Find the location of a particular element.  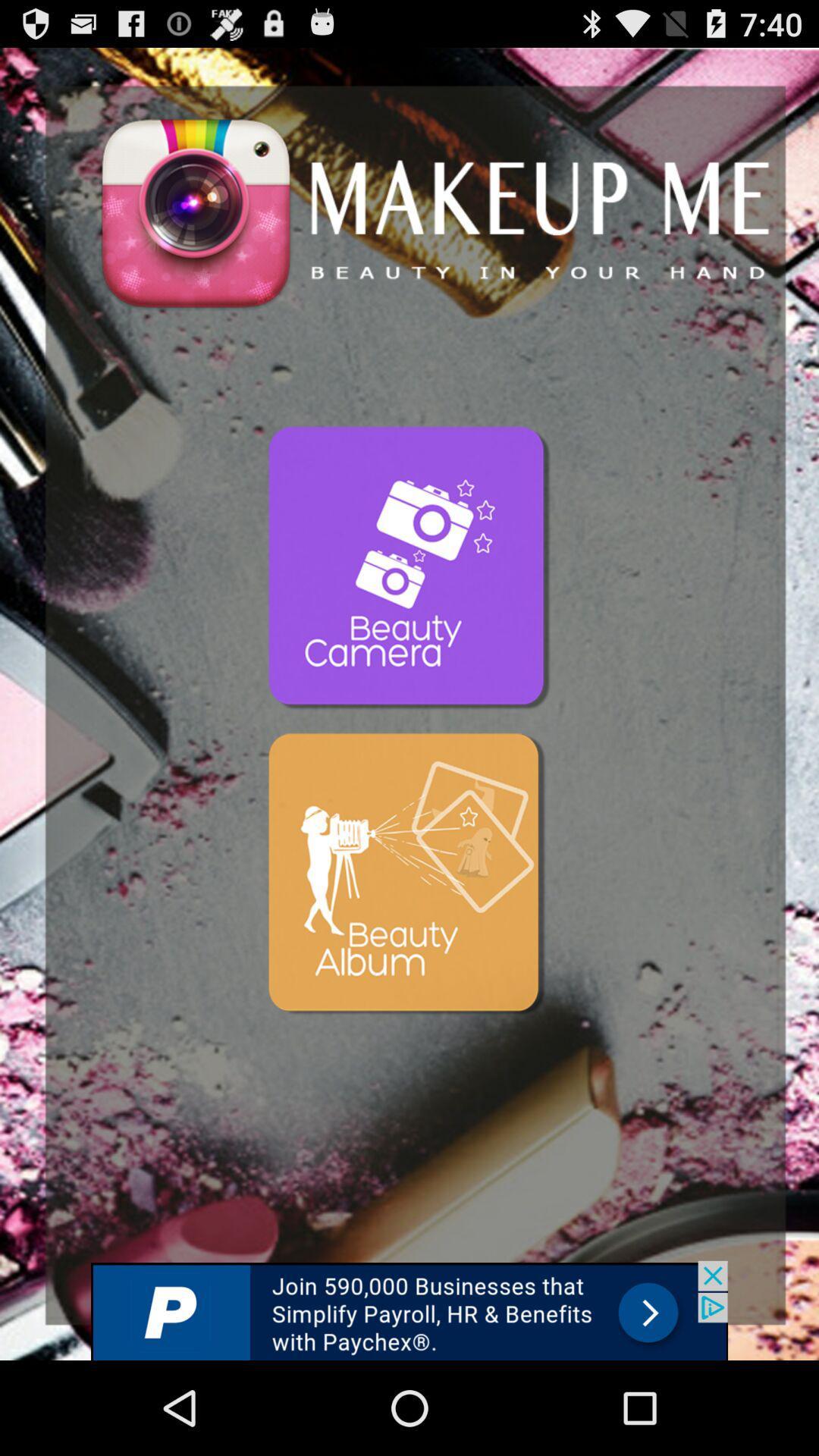

mobil app is located at coordinates (409, 876).